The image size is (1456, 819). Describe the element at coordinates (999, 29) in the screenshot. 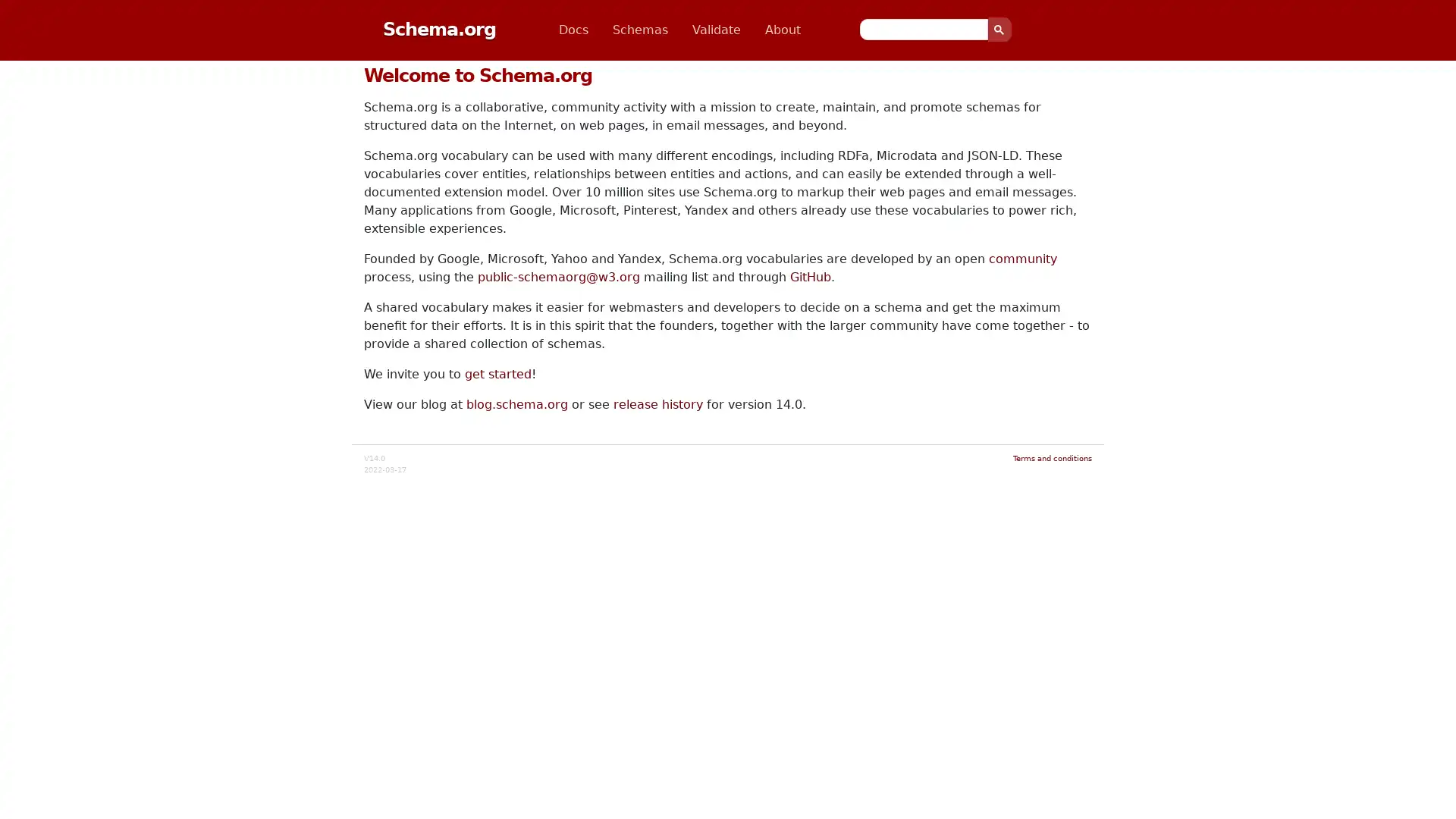

I see `search` at that location.